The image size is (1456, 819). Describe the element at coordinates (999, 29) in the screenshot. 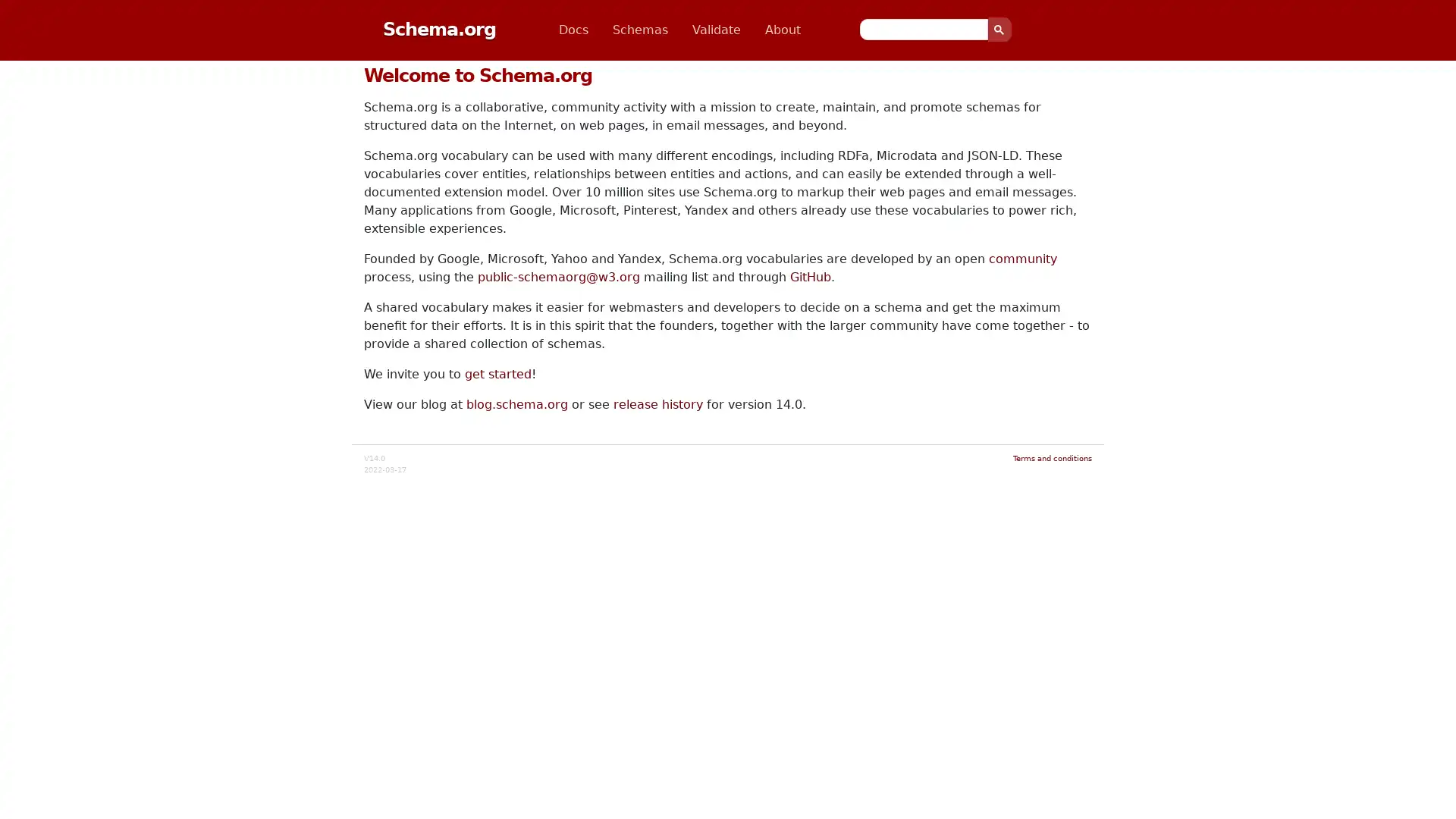

I see `search` at that location.